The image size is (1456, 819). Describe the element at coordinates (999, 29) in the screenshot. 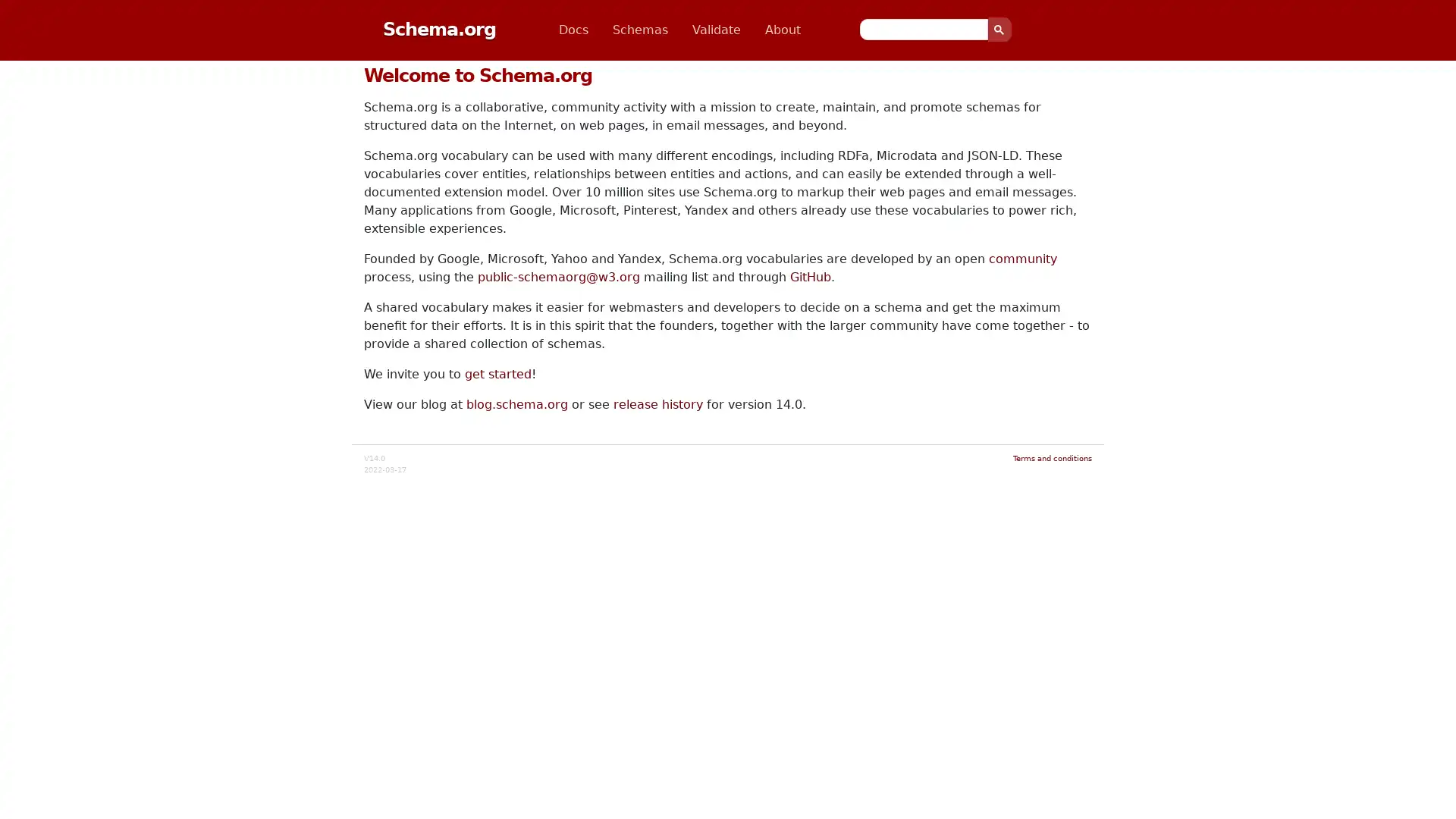

I see `search` at that location.